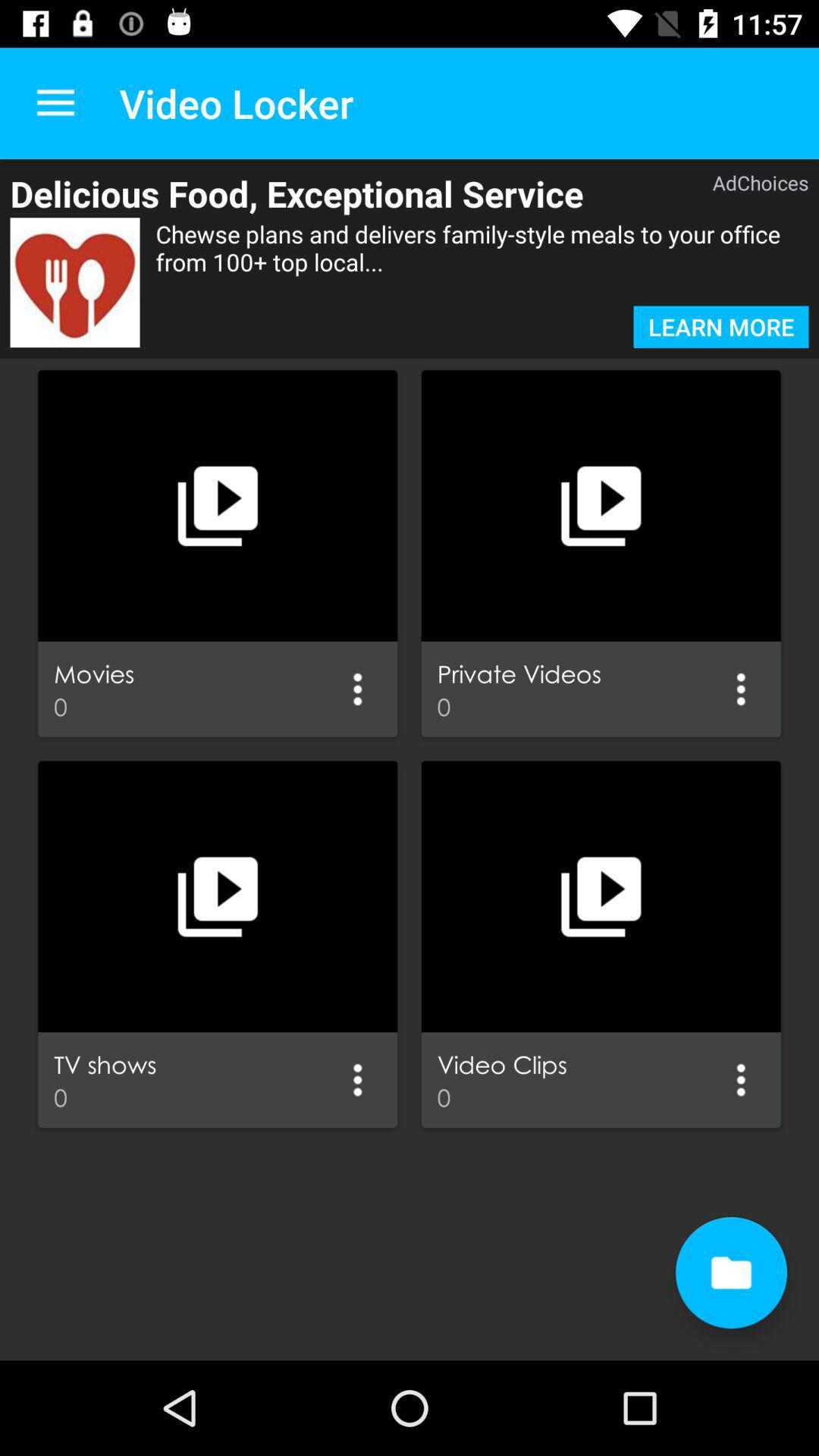 Image resolution: width=819 pixels, height=1456 pixels. What do you see at coordinates (75, 282) in the screenshot?
I see `item next to chewse plans and item` at bounding box center [75, 282].